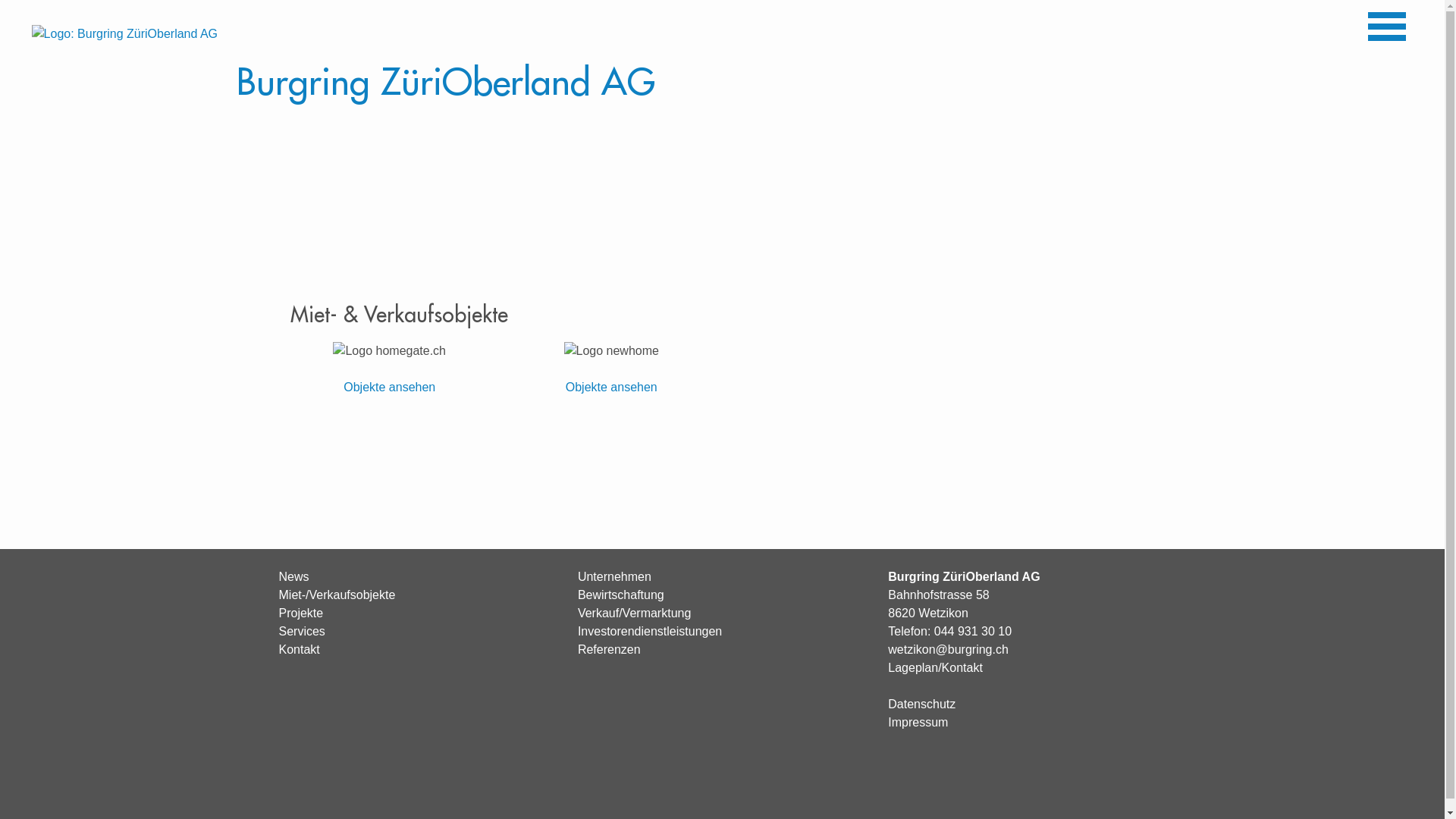 The width and height of the screenshot is (1456, 819). Describe the element at coordinates (917, 721) in the screenshot. I see `'Impressum'` at that location.